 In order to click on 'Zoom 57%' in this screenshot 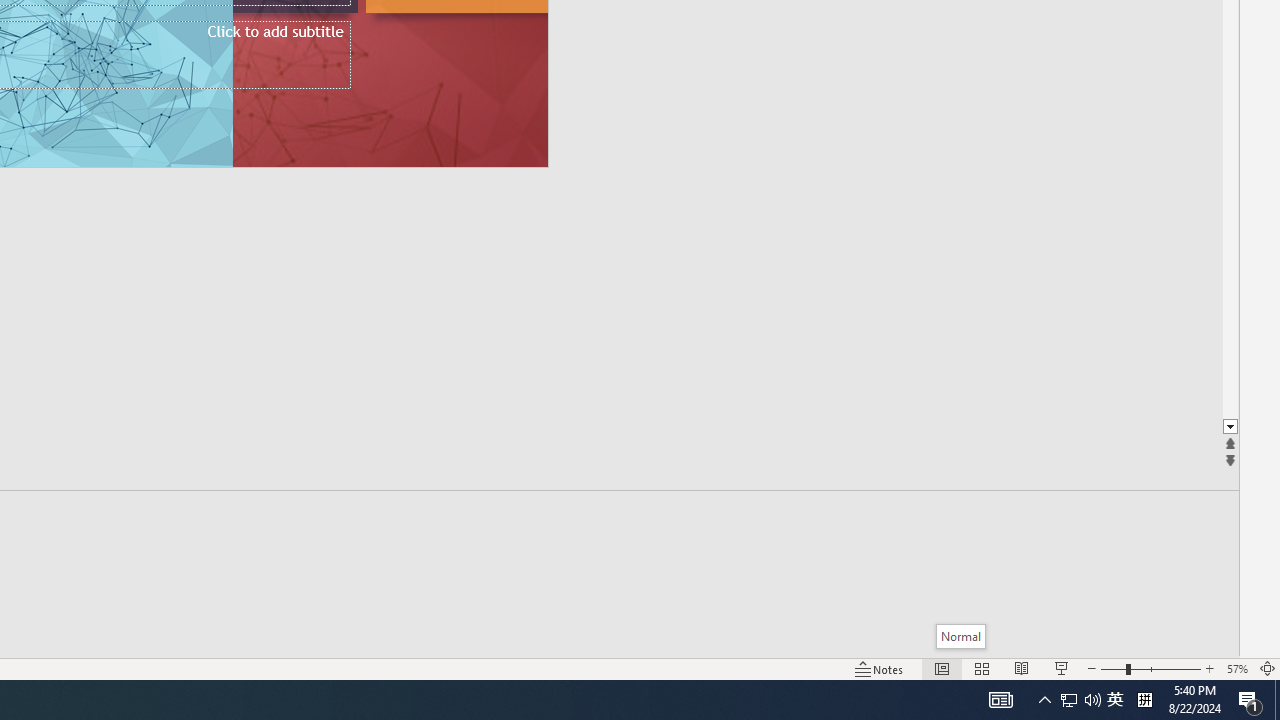, I will do `click(1236, 669)`.